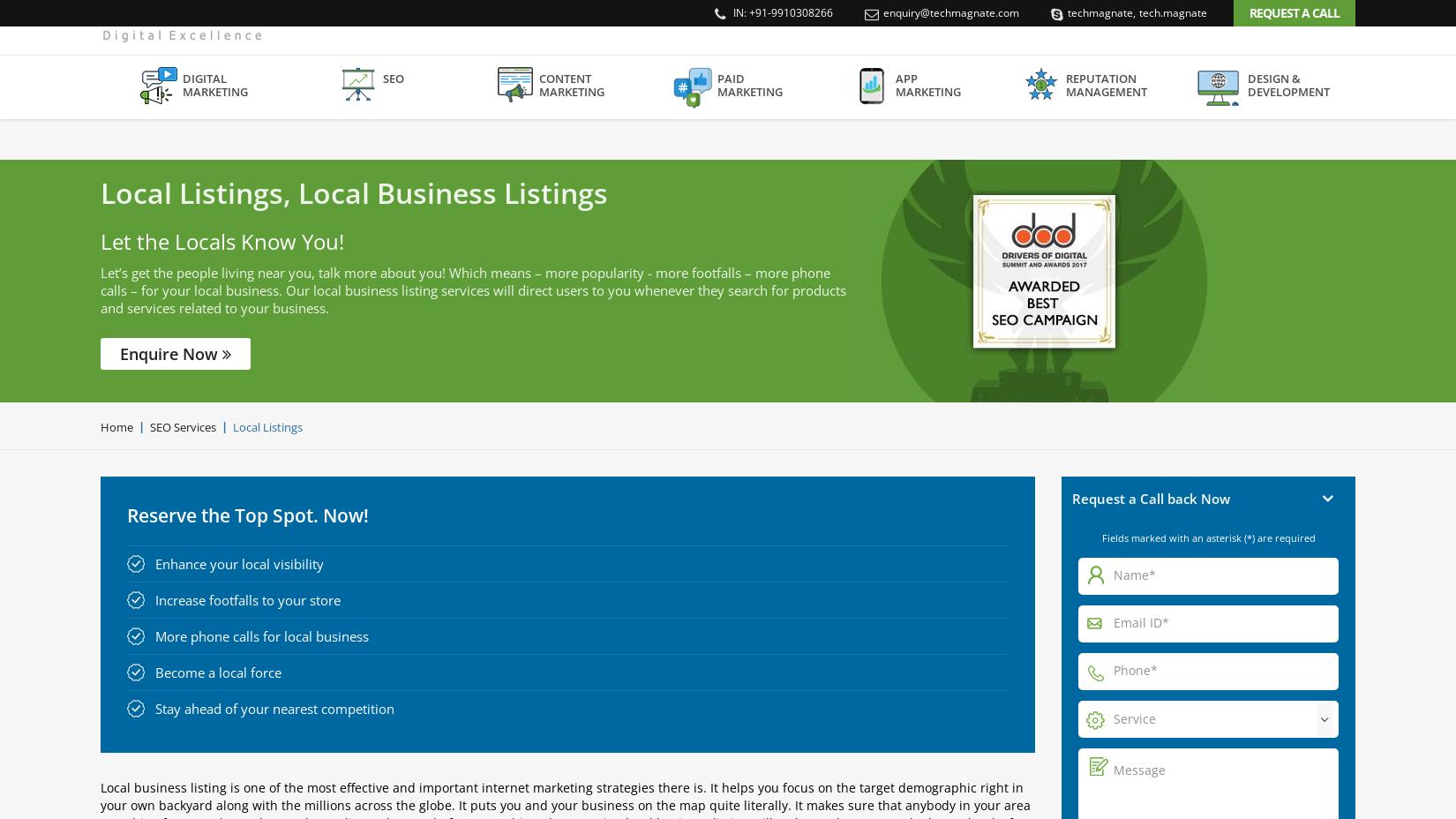  I want to click on 'tech.magnate', so click(1172, 11).